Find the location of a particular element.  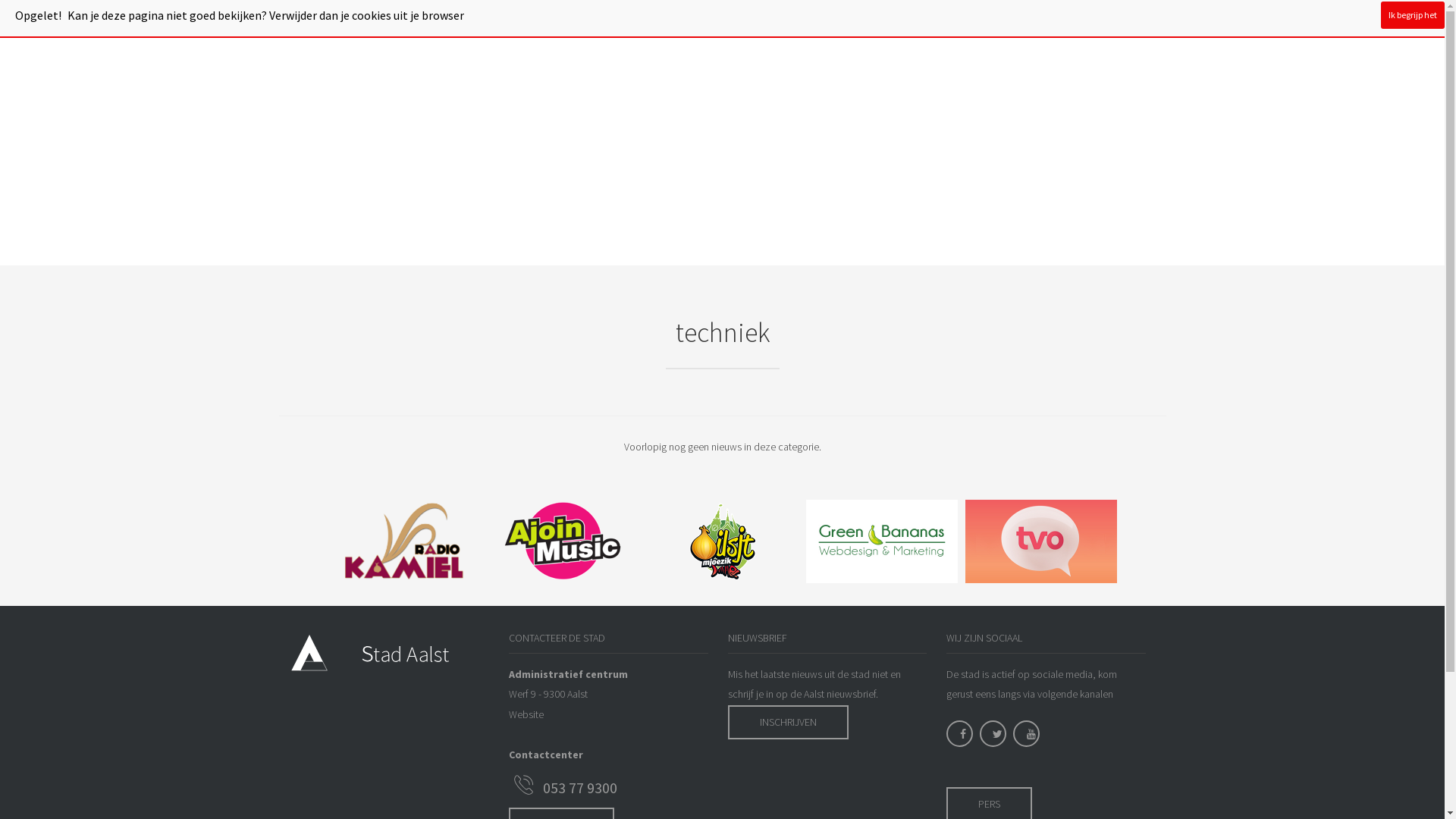

'ACADEMIE' is located at coordinates (655, 19).